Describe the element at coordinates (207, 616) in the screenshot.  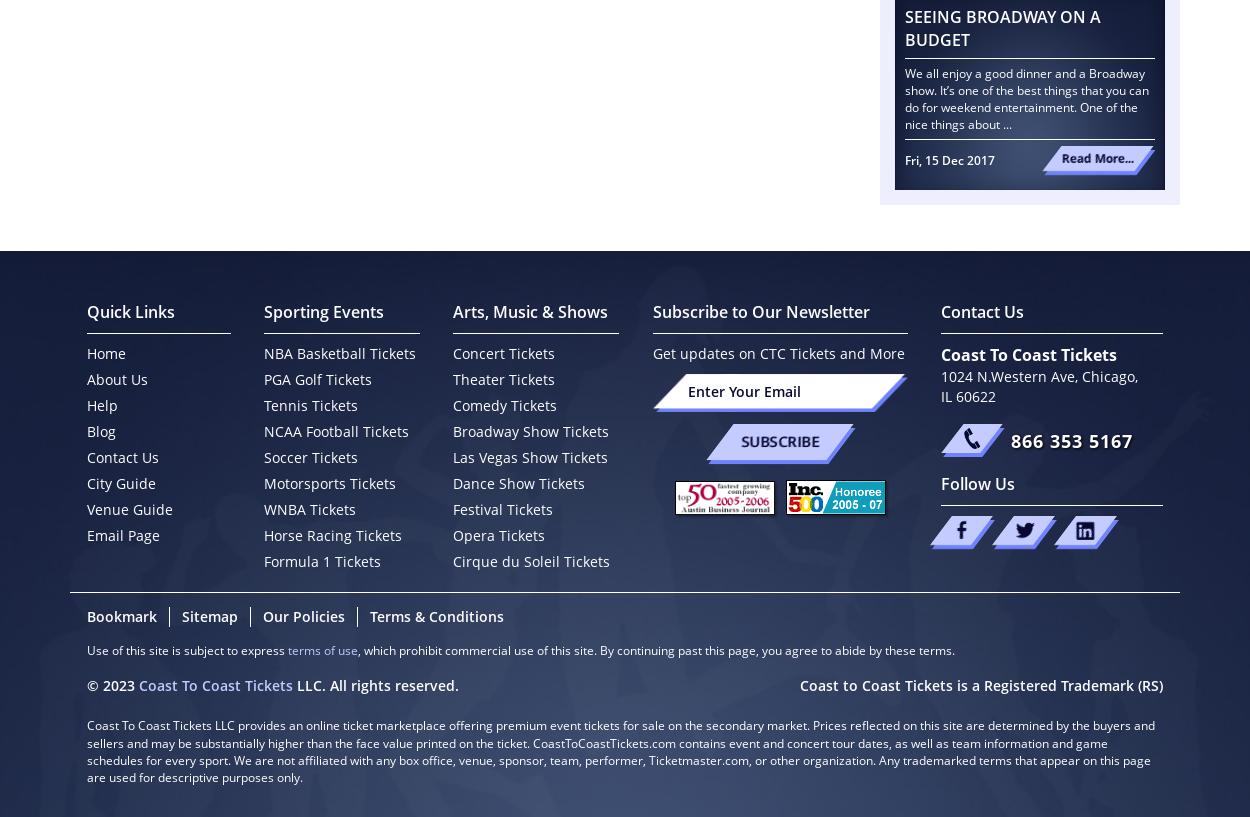
I see `'Sitemap'` at that location.